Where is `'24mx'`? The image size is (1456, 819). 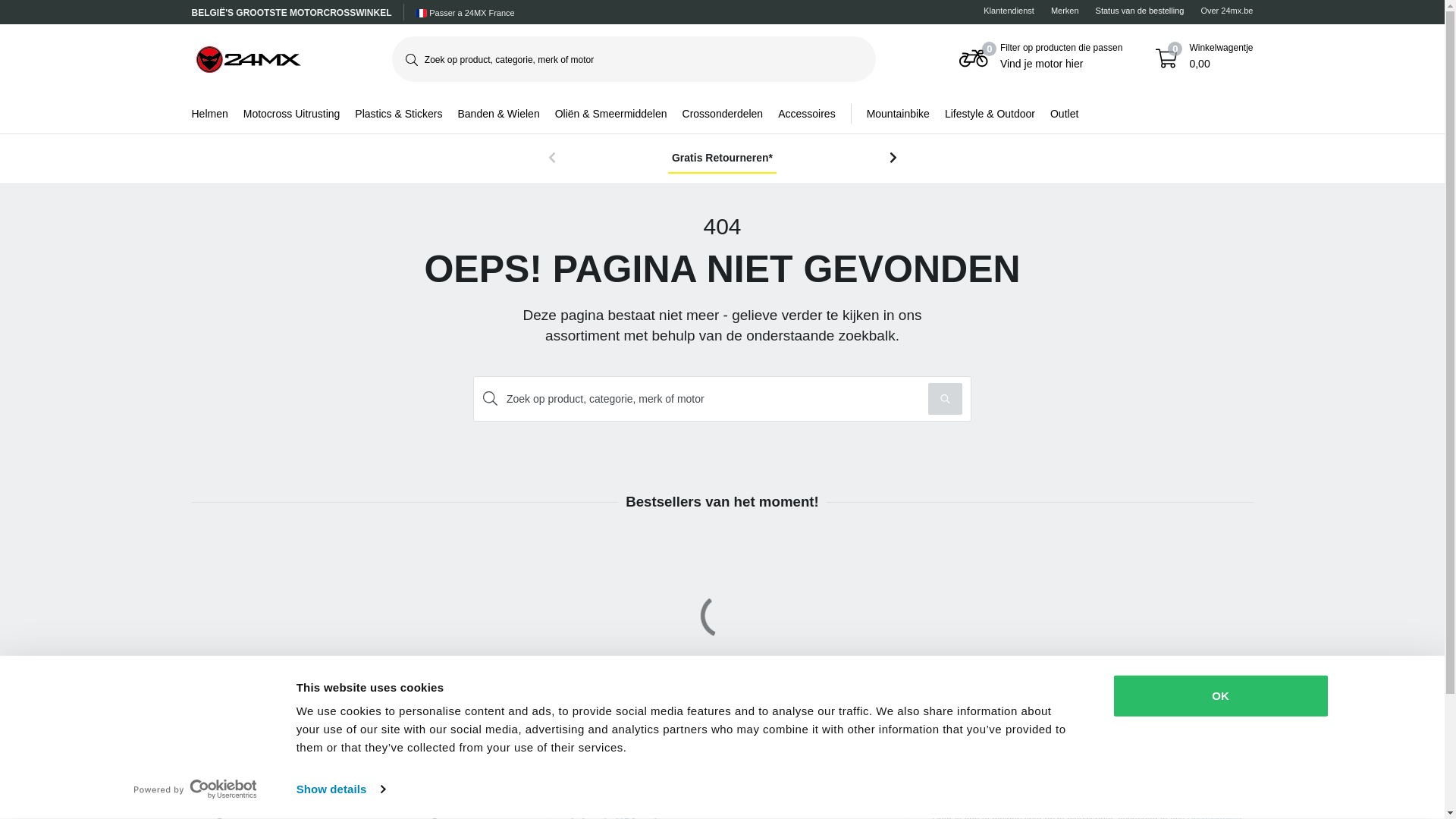
'24mx' is located at coordinates (247, 58).